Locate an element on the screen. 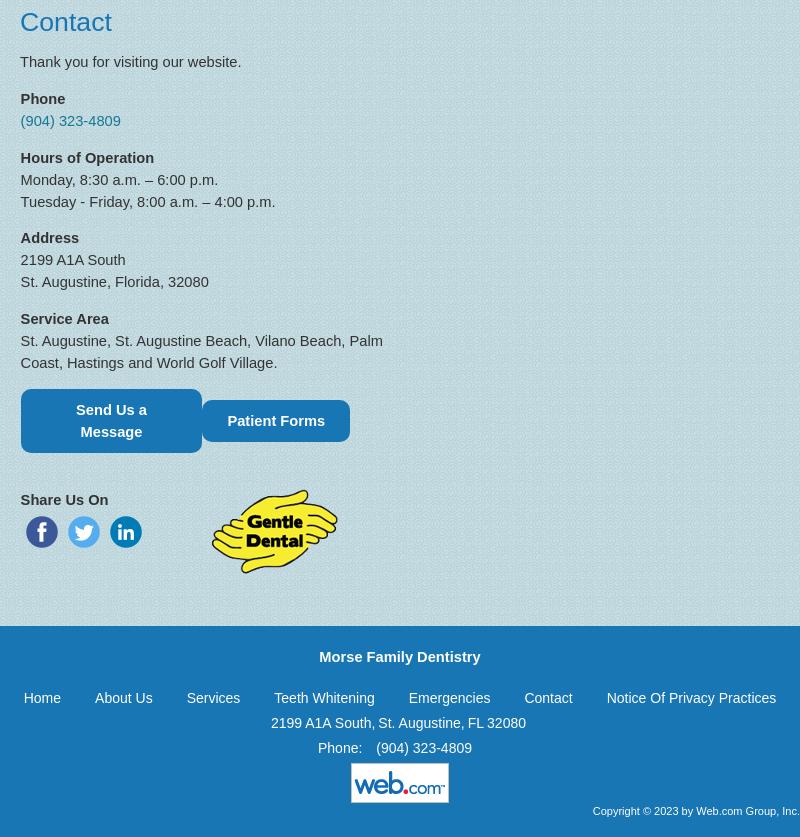 The height and width of the screenshot is (837, 800). 'FL' is located at coordinates (475, 720).